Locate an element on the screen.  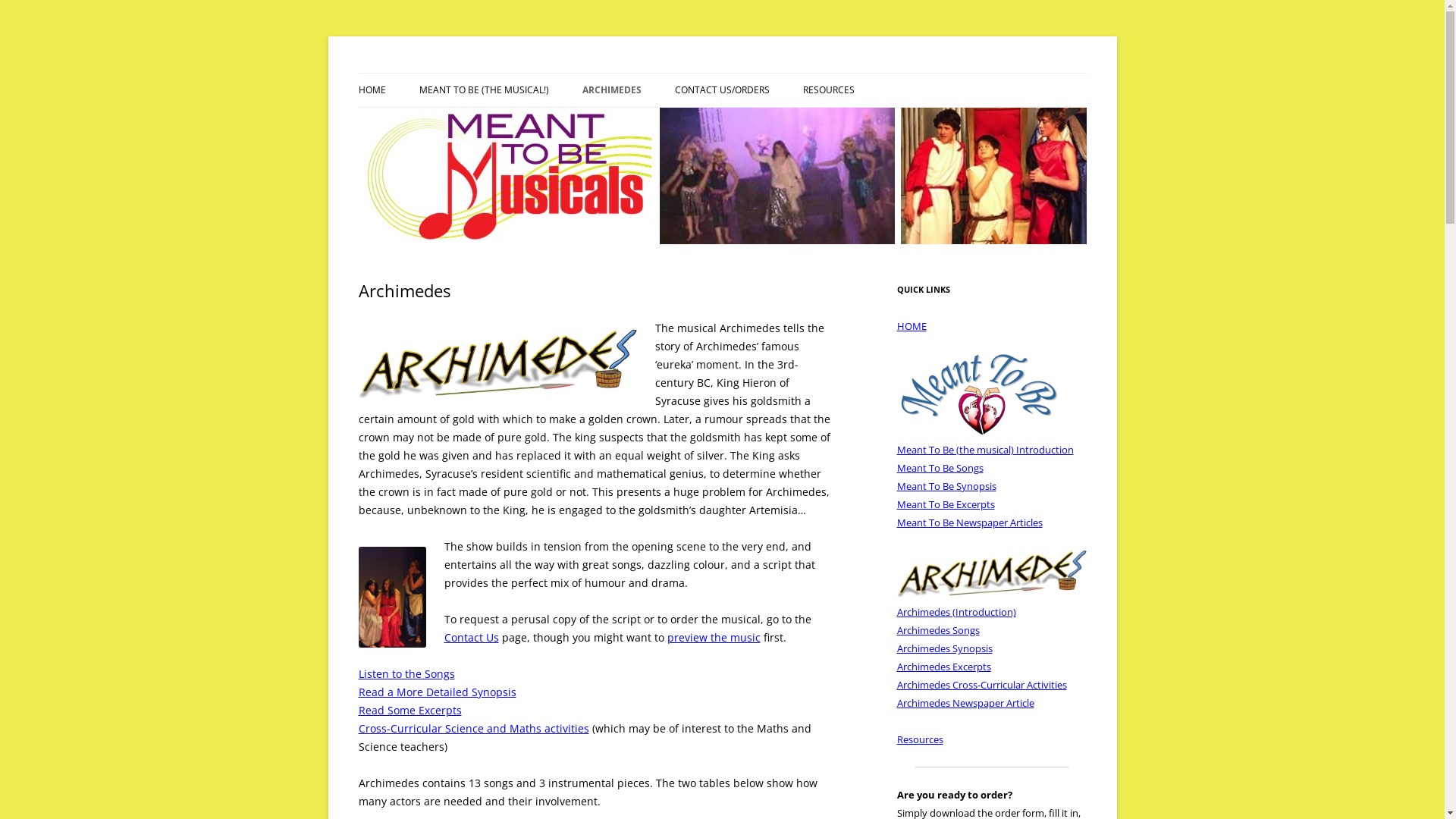
'Contact Us' is located at coordinates (471, 637).